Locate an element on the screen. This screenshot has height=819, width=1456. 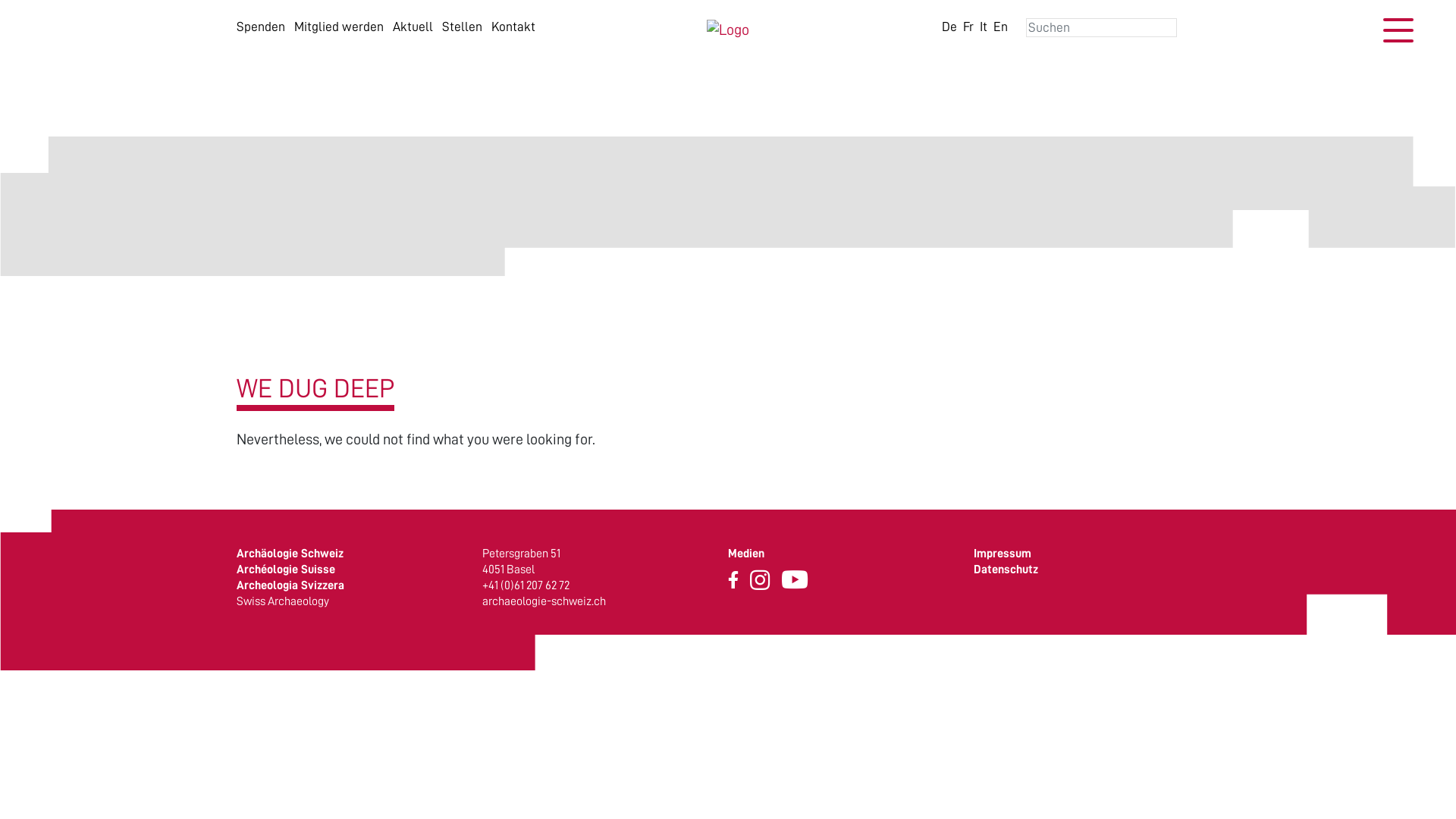
'Fr' is located at coordinates (967, 26).